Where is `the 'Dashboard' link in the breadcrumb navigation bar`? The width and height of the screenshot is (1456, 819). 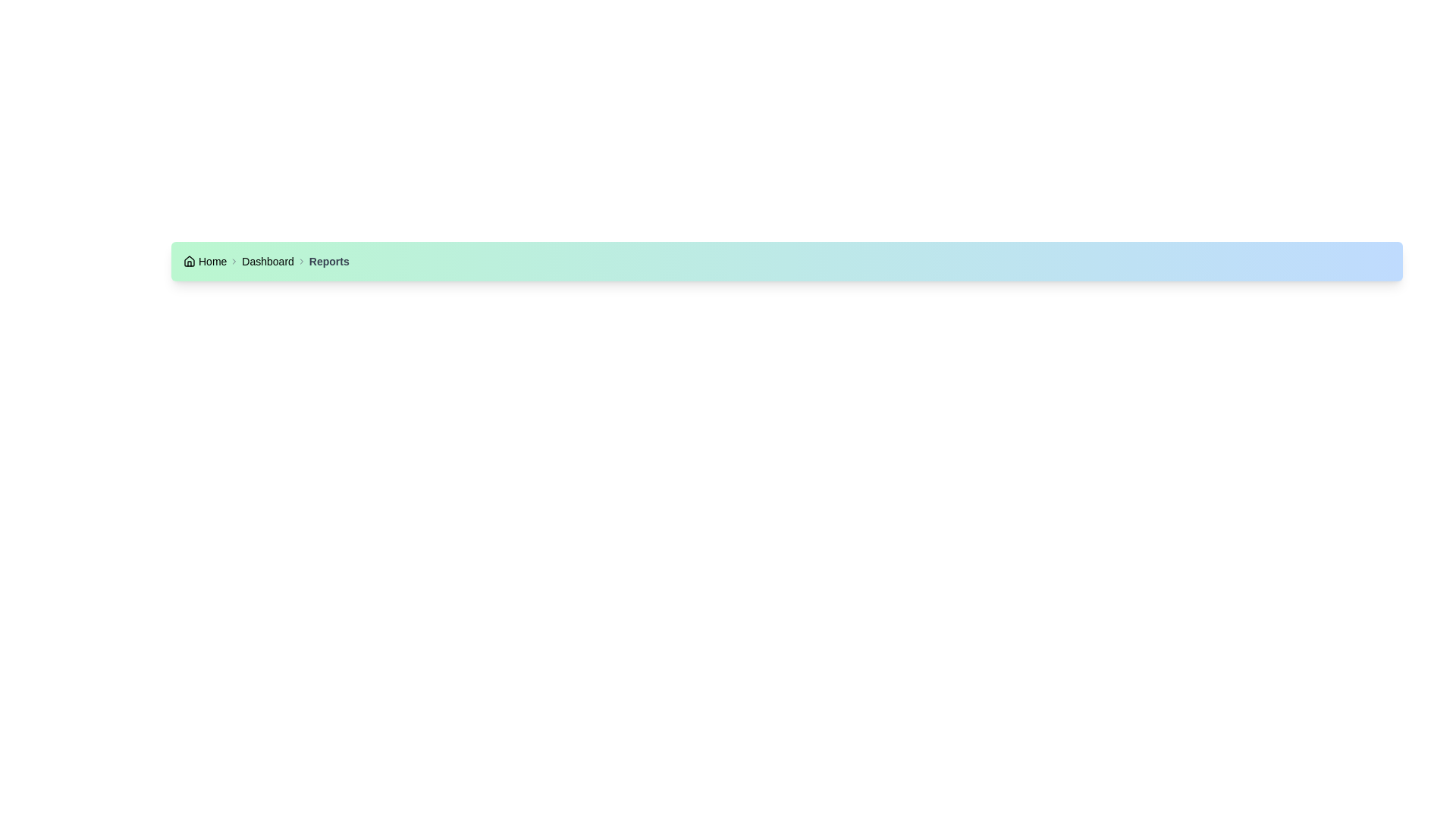
the 'Dashboard' link in the breadcrumb navigation bar is located at coordinates (268, 260).